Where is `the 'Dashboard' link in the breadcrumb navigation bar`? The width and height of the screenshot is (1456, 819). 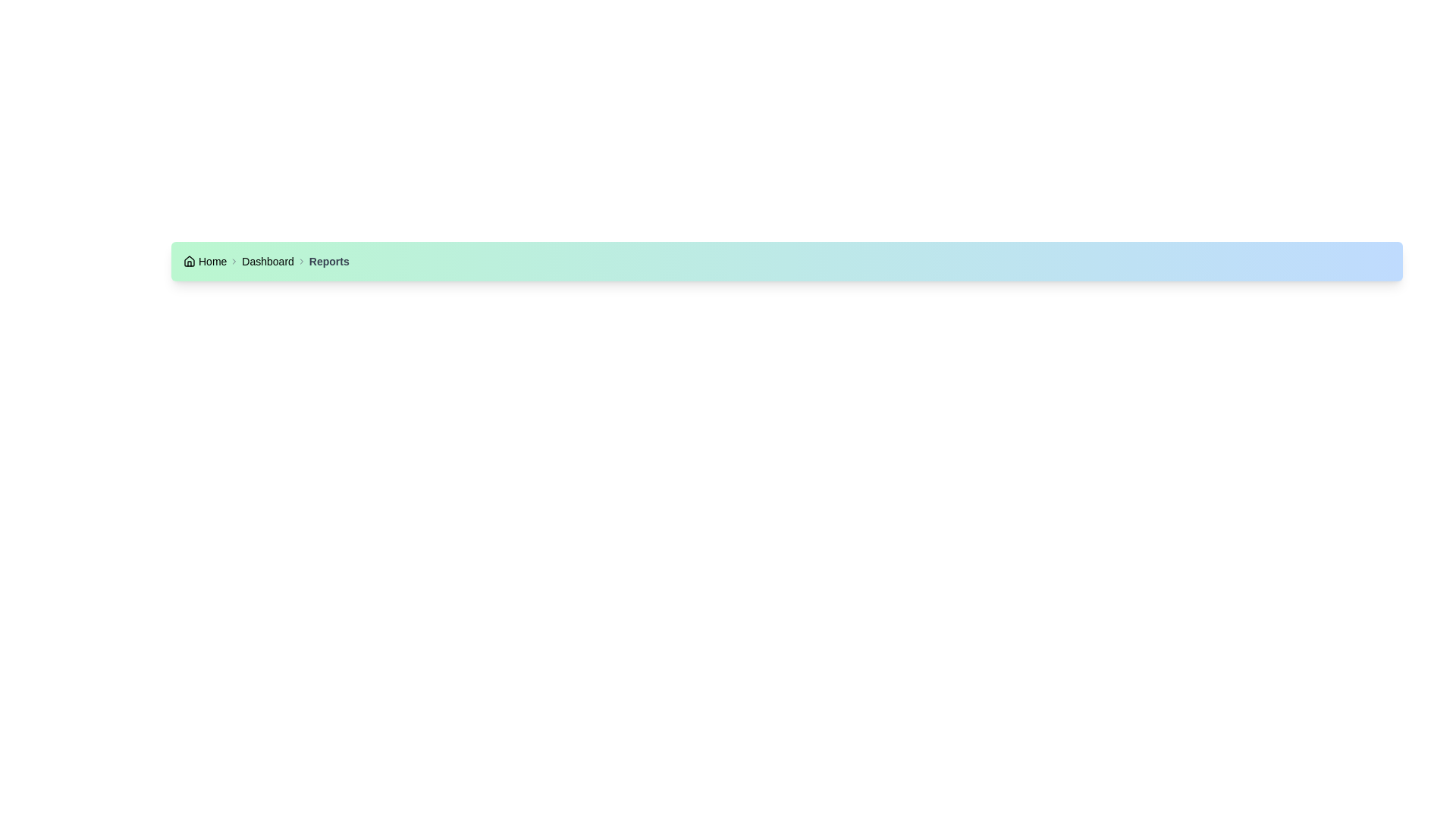
the 'Dashboard' link in the breadcrumb navigation bar is located at coordinates (268, 260).